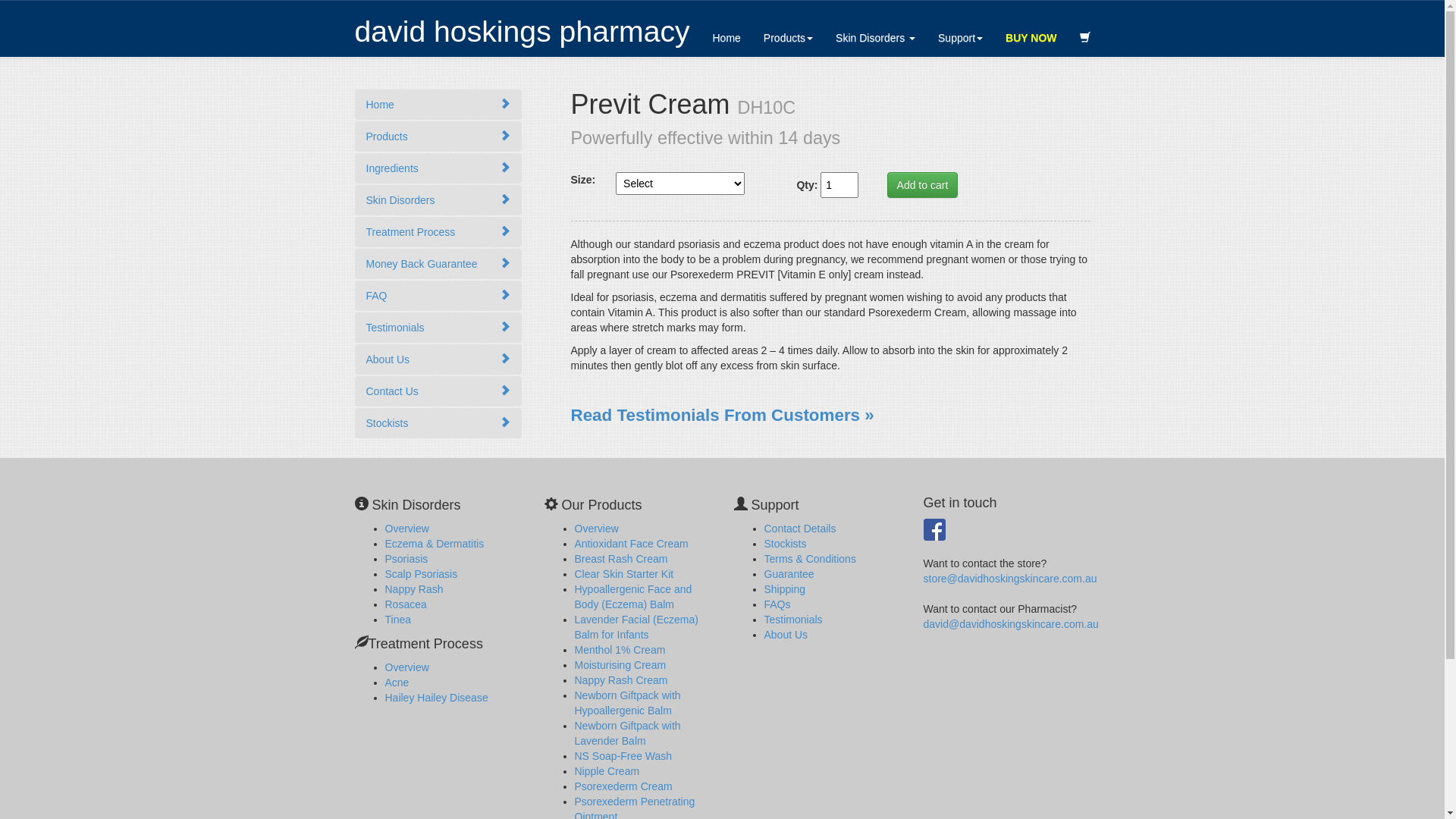  What do you see at coordinates (436, 698) in the screenshot?
I see `'Hailey Hailey Disease'` at bounding box center [436, 698].